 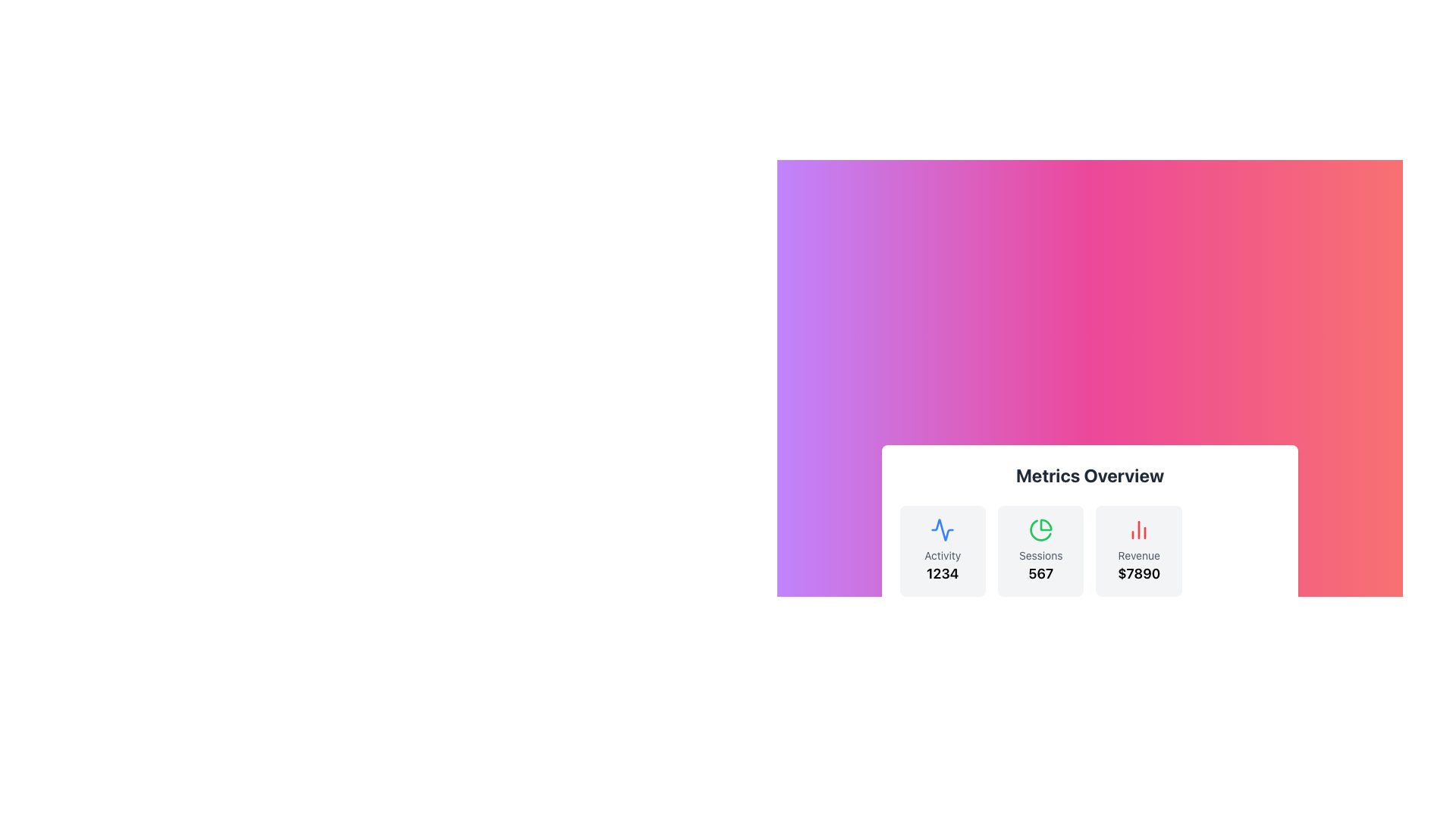 What do you see at coordinates (1089, 551) in the screenshot?
I see `information displayed in the 'Sessions' block of the Data Display Grid Section located in the 'Metrics Overview' panel` at bounding box center [1089, 551].